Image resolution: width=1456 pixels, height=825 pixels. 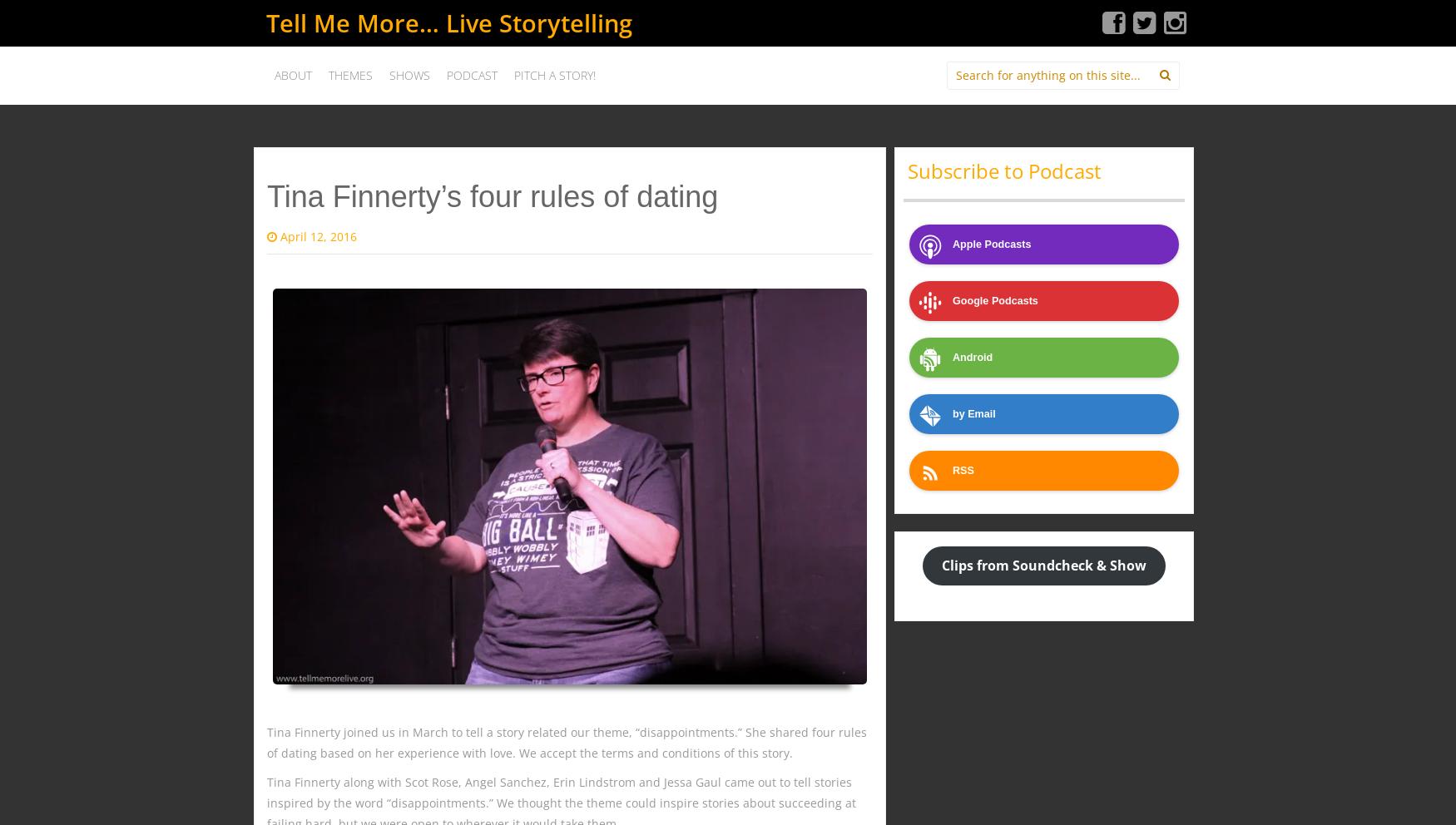 I want to click on 'Subscribe to Podcast', so click(x=1004, y=169).